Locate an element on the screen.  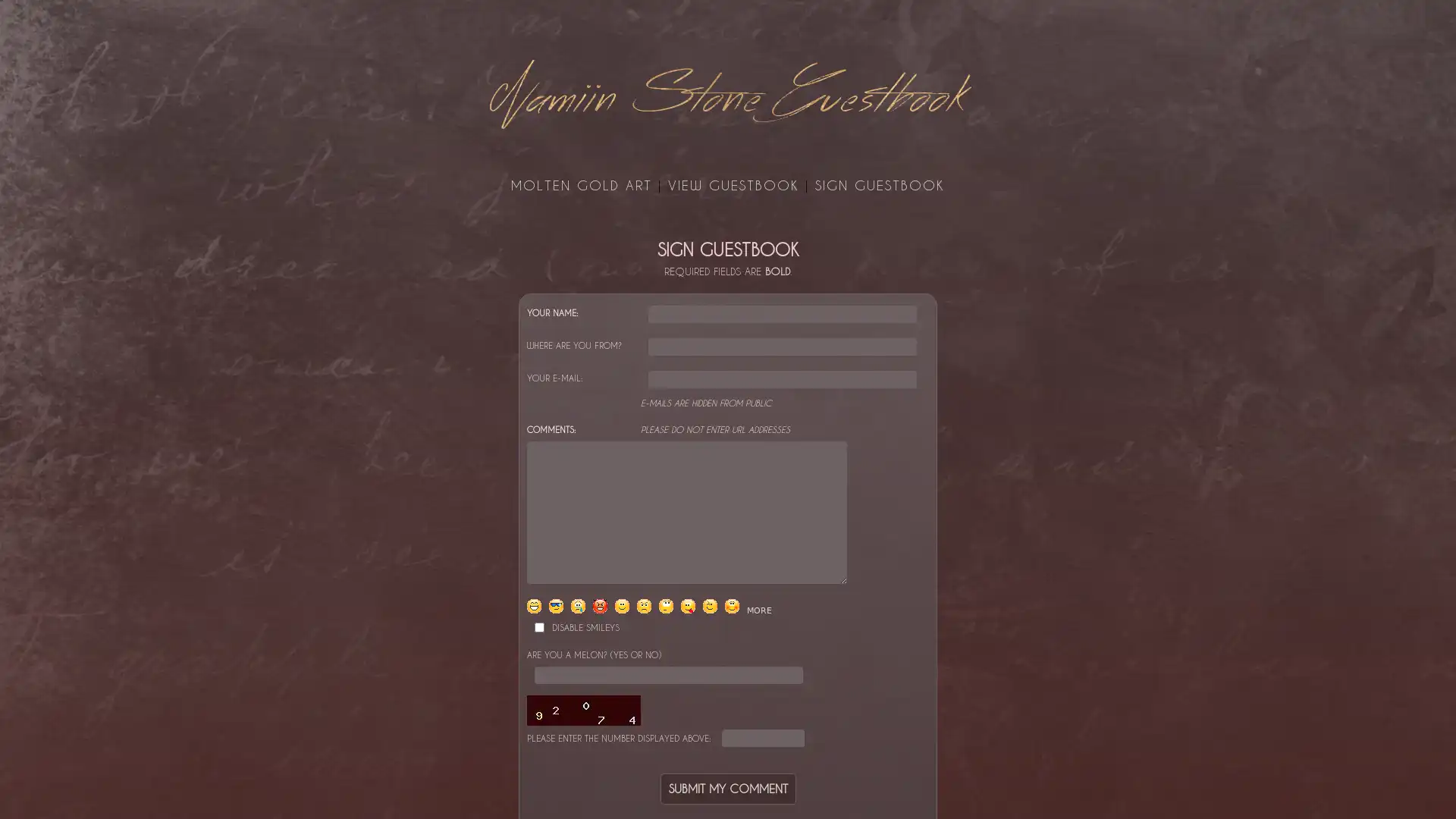
Submit My Comment is located at coordinates (726, 787).